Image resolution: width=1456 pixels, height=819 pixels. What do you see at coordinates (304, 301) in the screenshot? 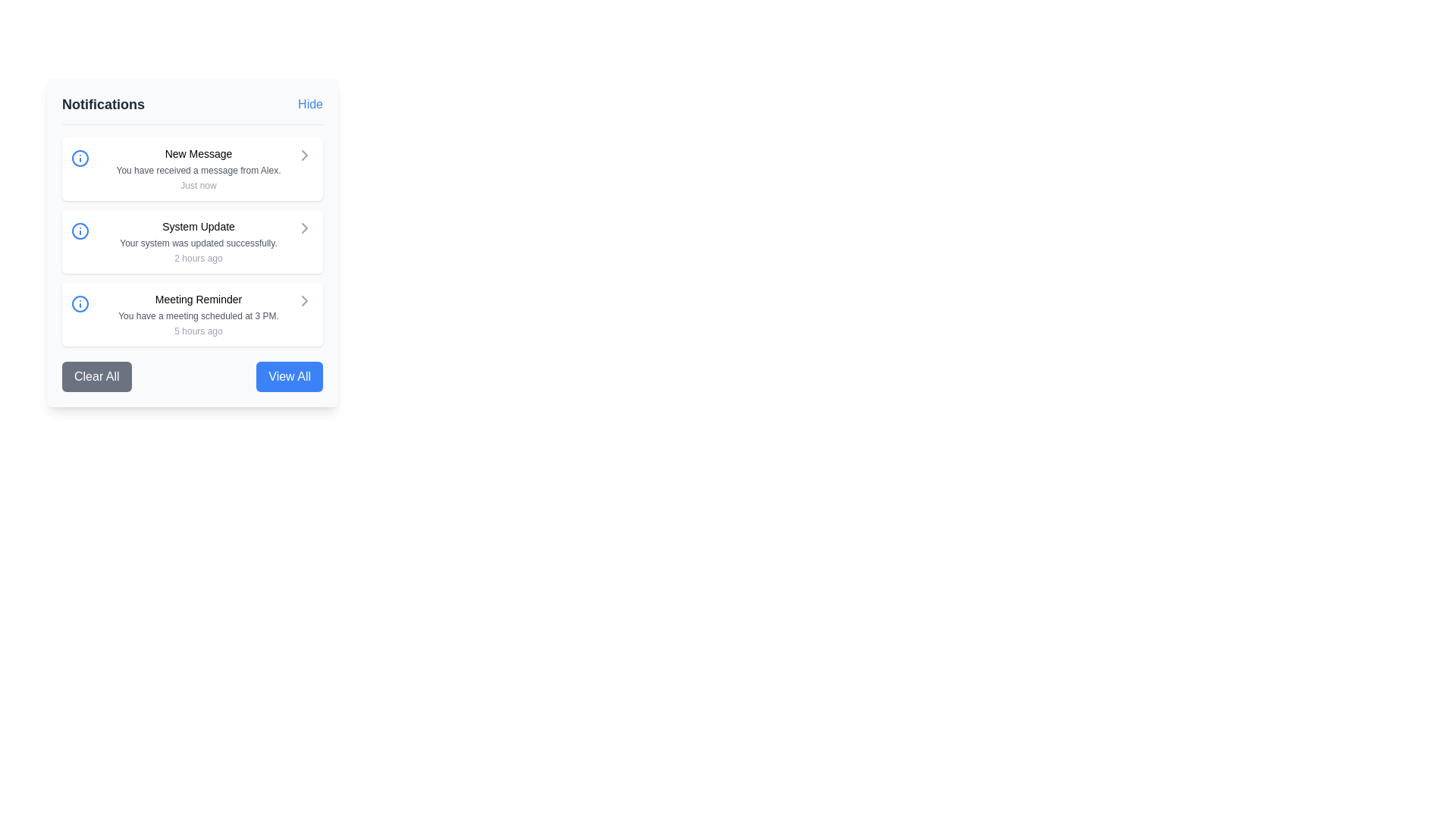
I see `the right-chevron icon button adjacent to the 'Meeting Reminder' notification to potentially display a tooltip` at bounding box center [304, 301].